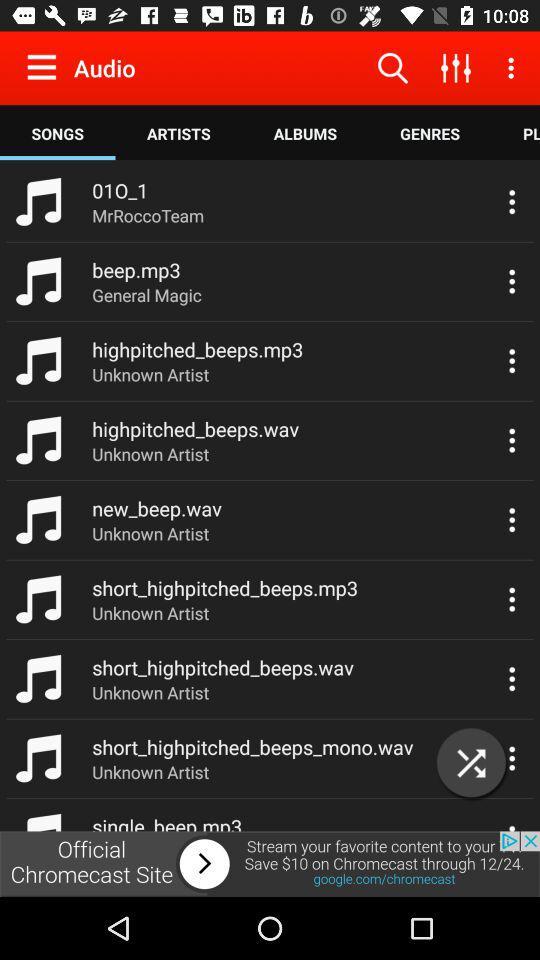 This screenshot has height=960, width=540. Describe the element at coordinates (46, 67) in the screenshot. I see `goes to main menu` at that location.